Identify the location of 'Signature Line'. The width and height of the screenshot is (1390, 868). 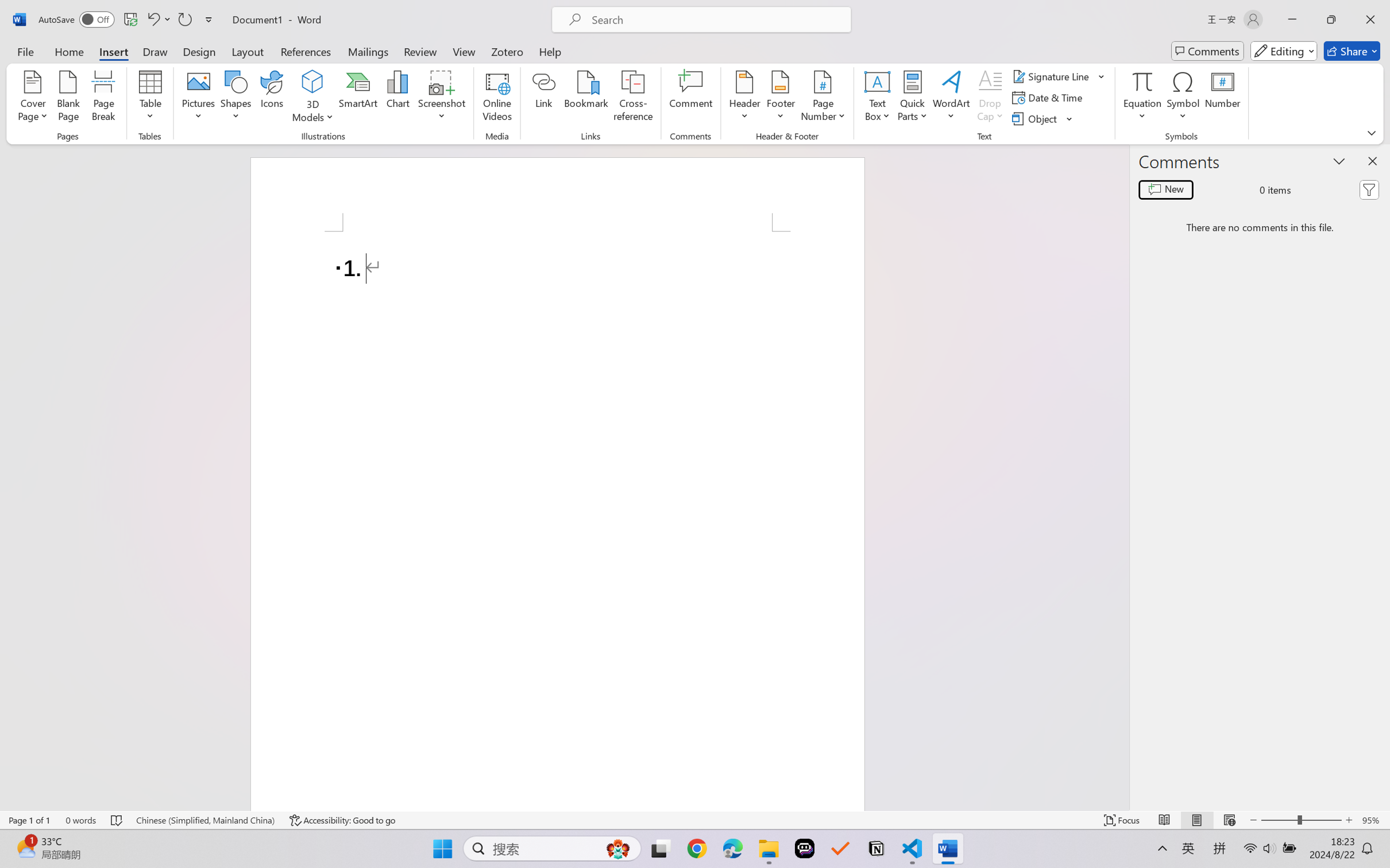
(1052, 75).